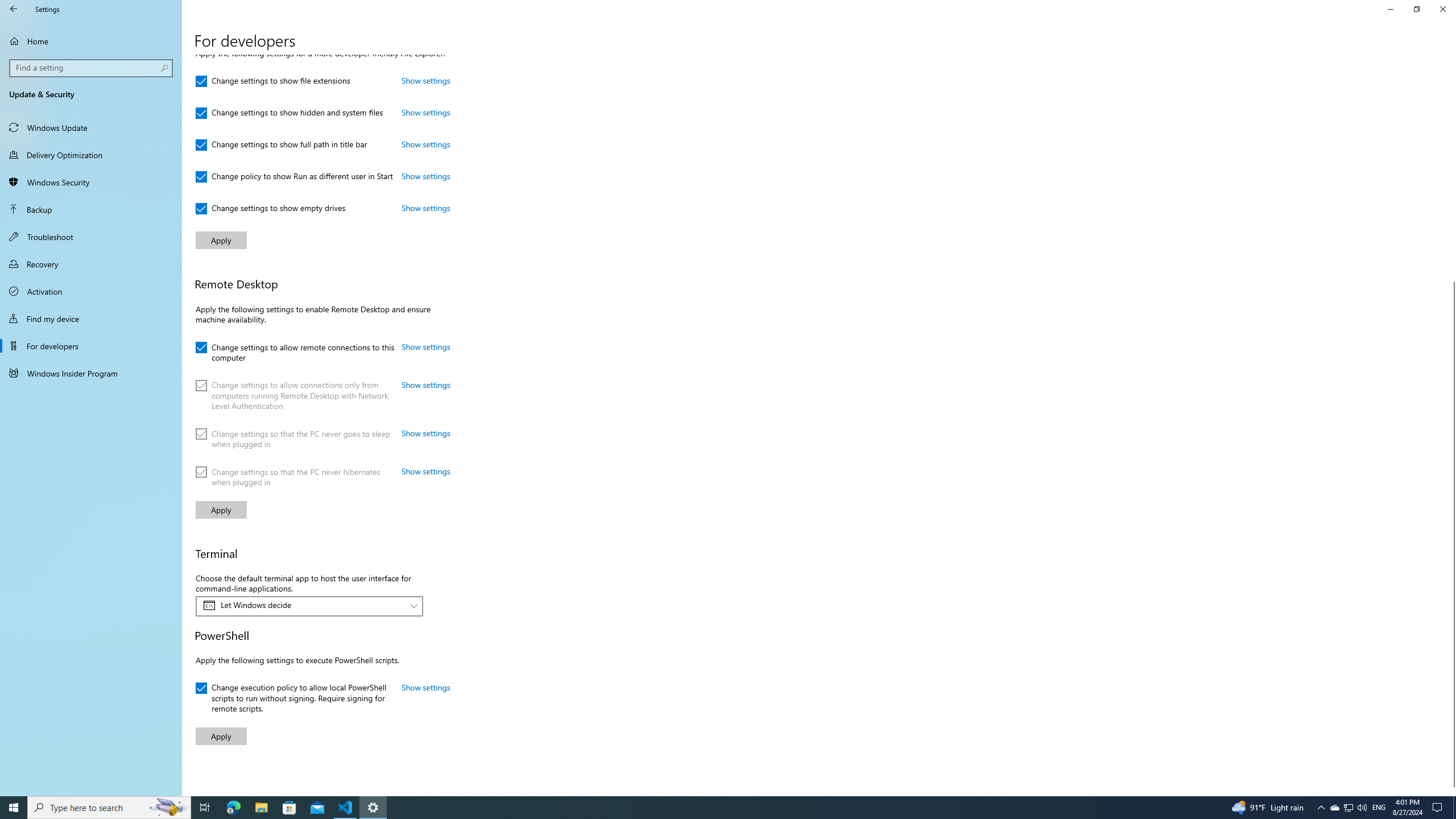 This screenshot has width=1456, height=819. Describe the element at coordinates (425, 80) in the screenshot. I see `'Show settings: Change settings to show file extensions'` at that location.